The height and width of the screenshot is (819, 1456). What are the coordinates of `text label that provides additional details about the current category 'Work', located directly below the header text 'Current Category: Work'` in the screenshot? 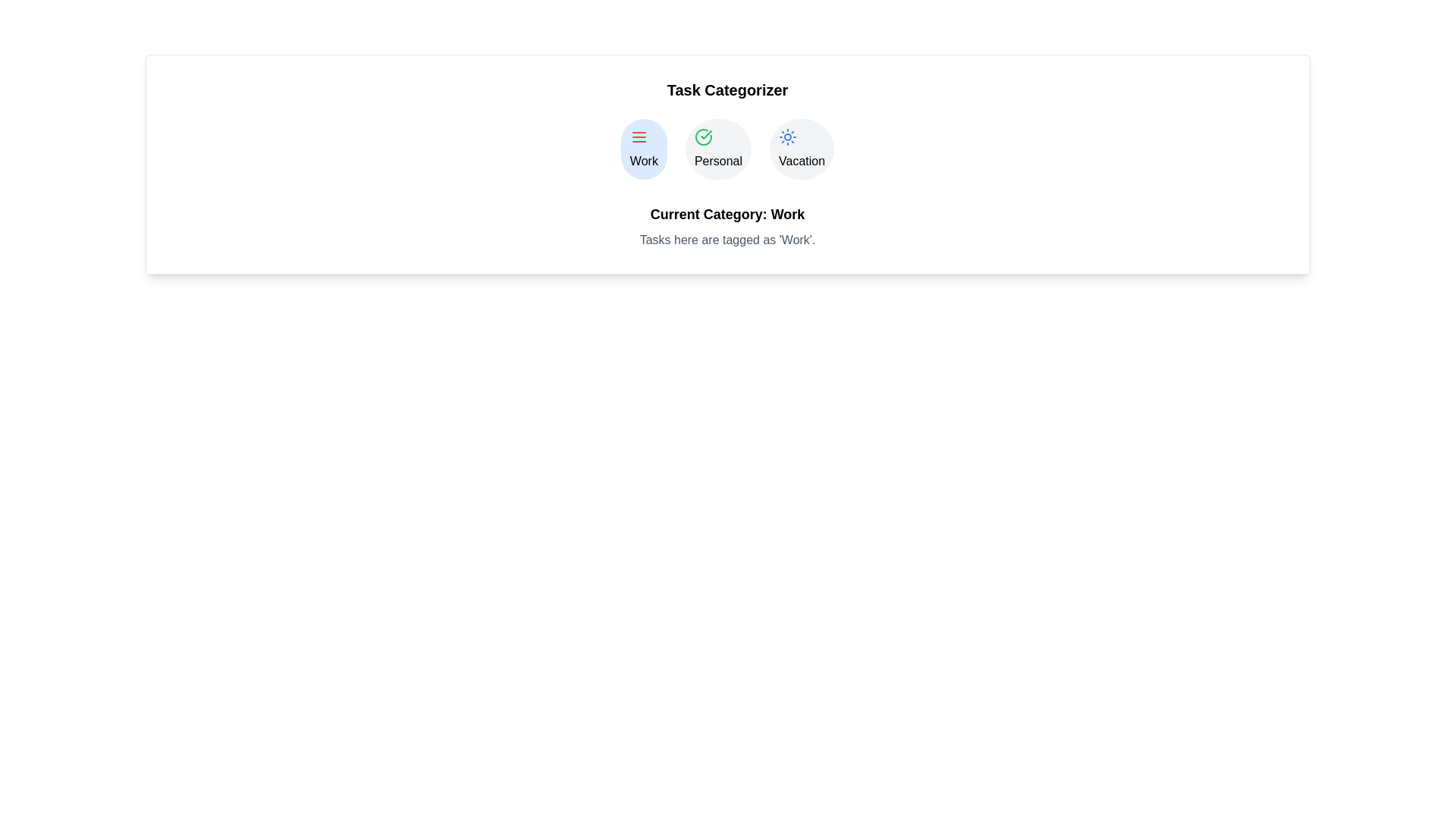 It's located at (726, 239).